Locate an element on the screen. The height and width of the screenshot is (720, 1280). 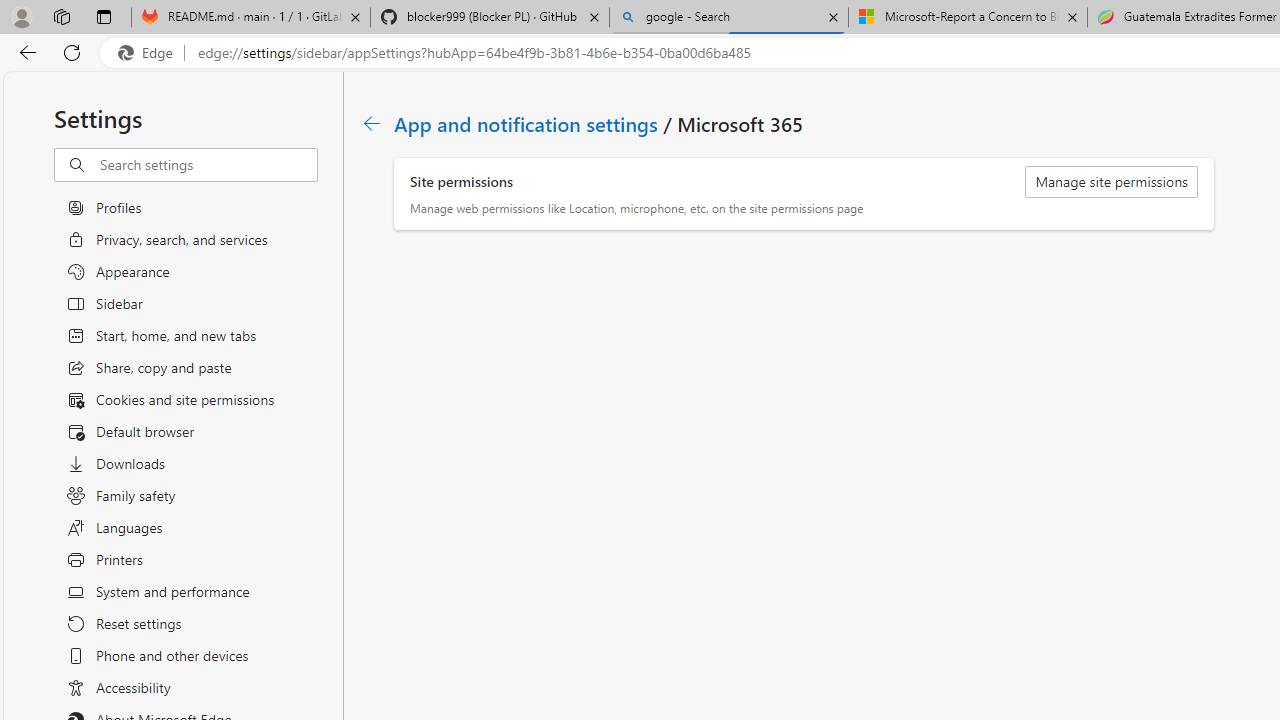
'Edge' is located at coordinates (149, 52).